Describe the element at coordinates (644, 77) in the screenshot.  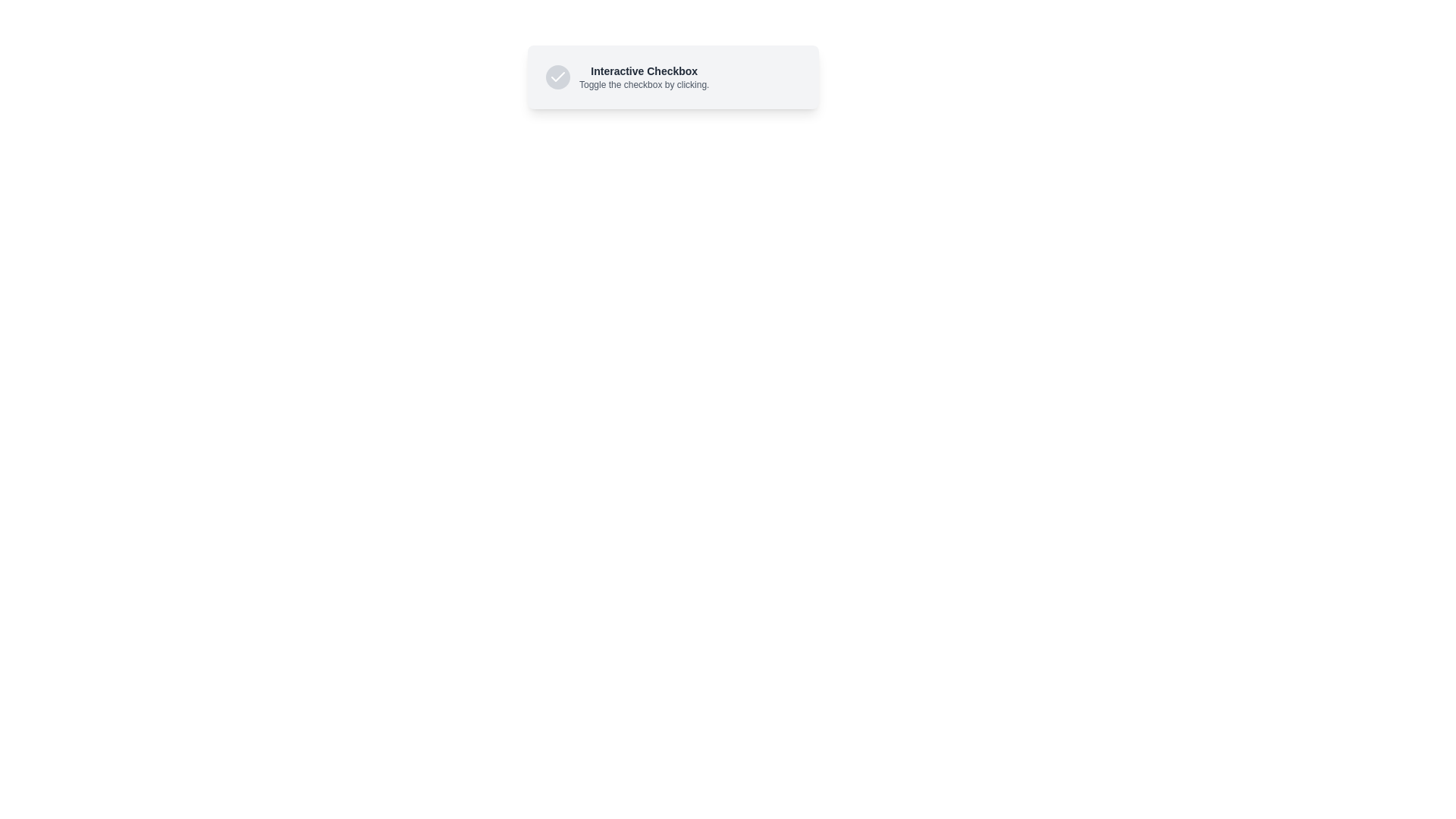
I see `the Text Label with Description that provides guidance for the corresponding checkbox located on the right side of the light rectangular background panel` at that location.